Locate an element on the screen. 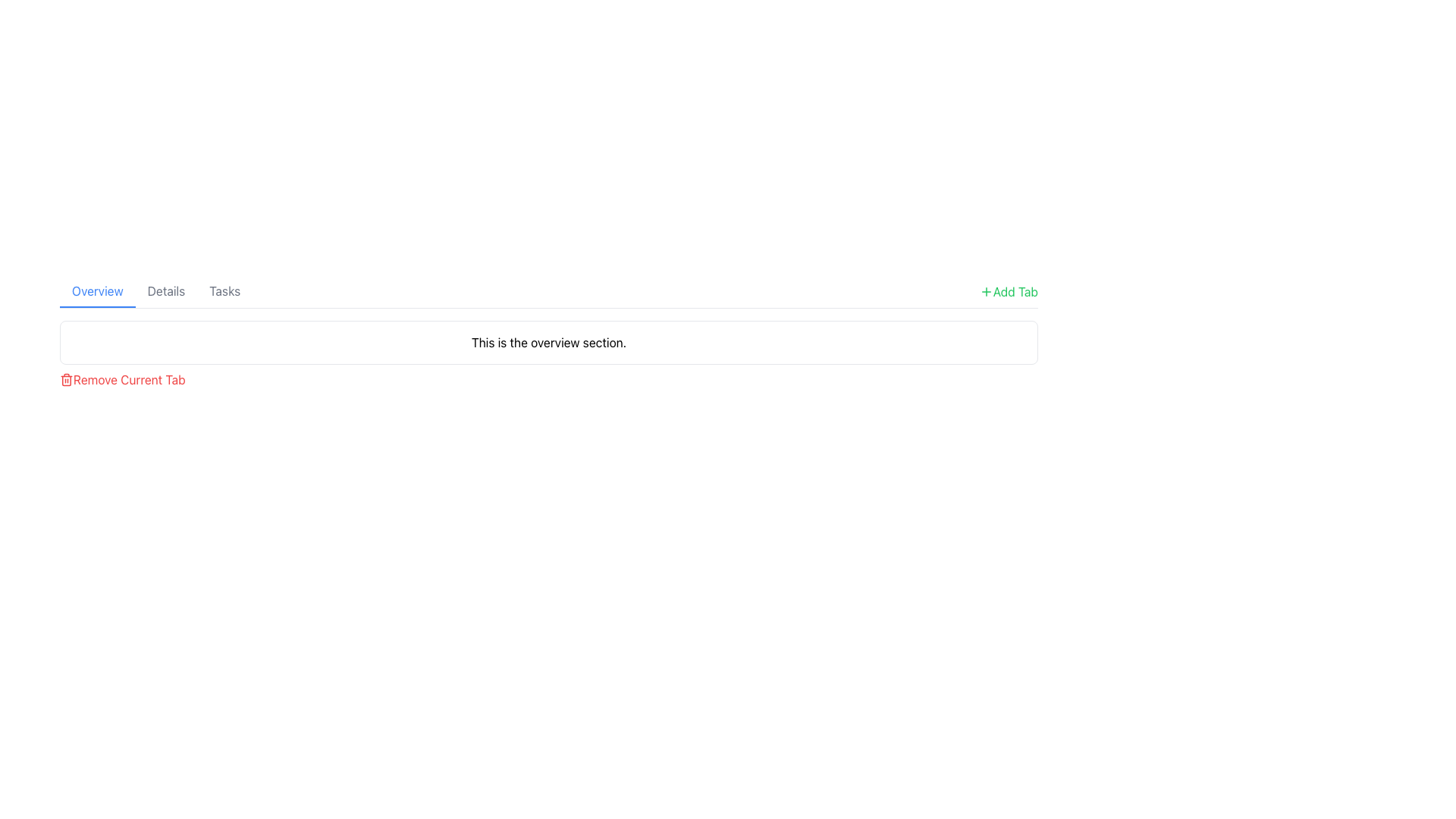  the 'Overview' navigational tab located at the far left of the top horizontal navigation bar is located at coordinates (96, 292).